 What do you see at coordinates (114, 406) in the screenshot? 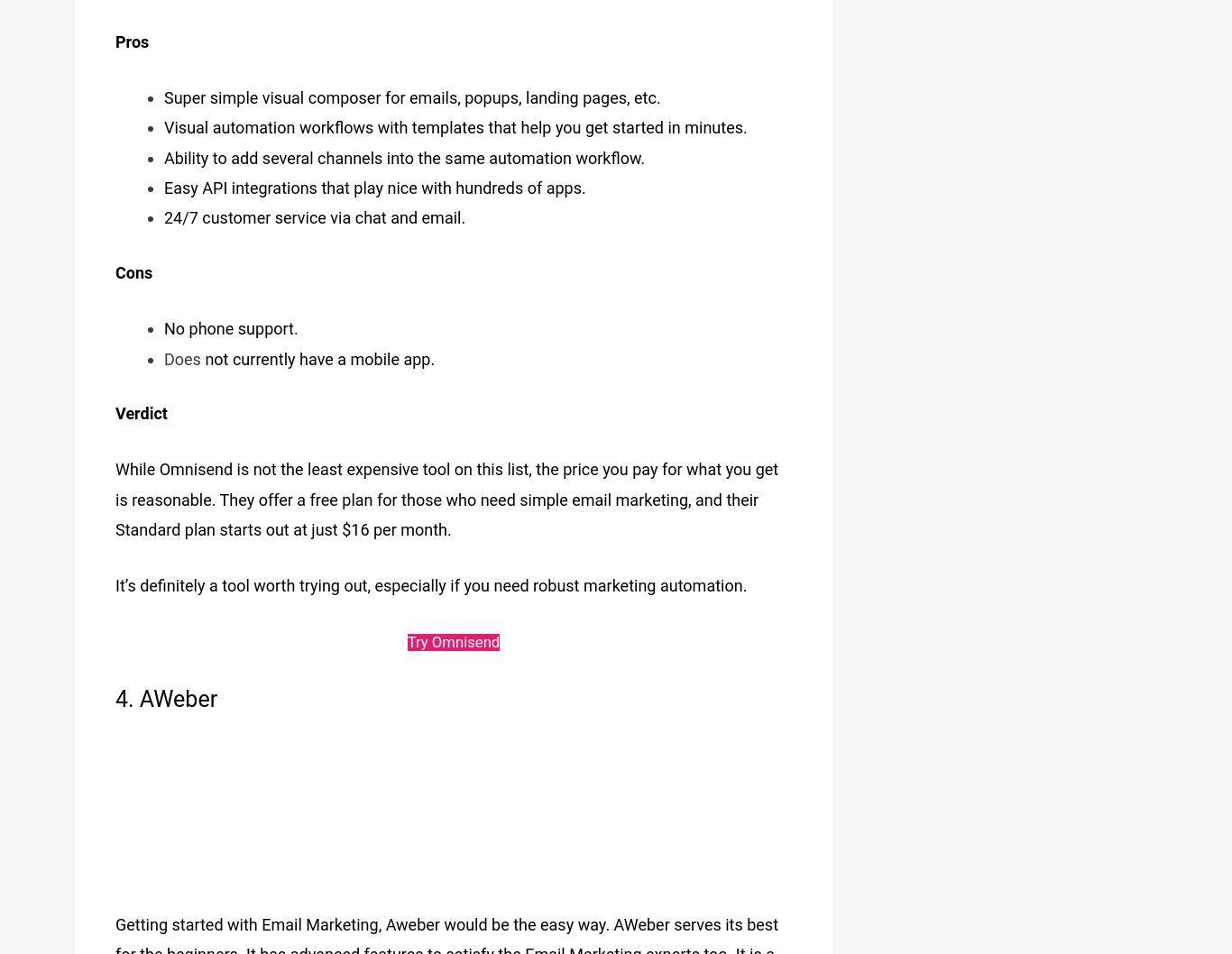
I see `'Verdict'` at bounding box center [114, 406].